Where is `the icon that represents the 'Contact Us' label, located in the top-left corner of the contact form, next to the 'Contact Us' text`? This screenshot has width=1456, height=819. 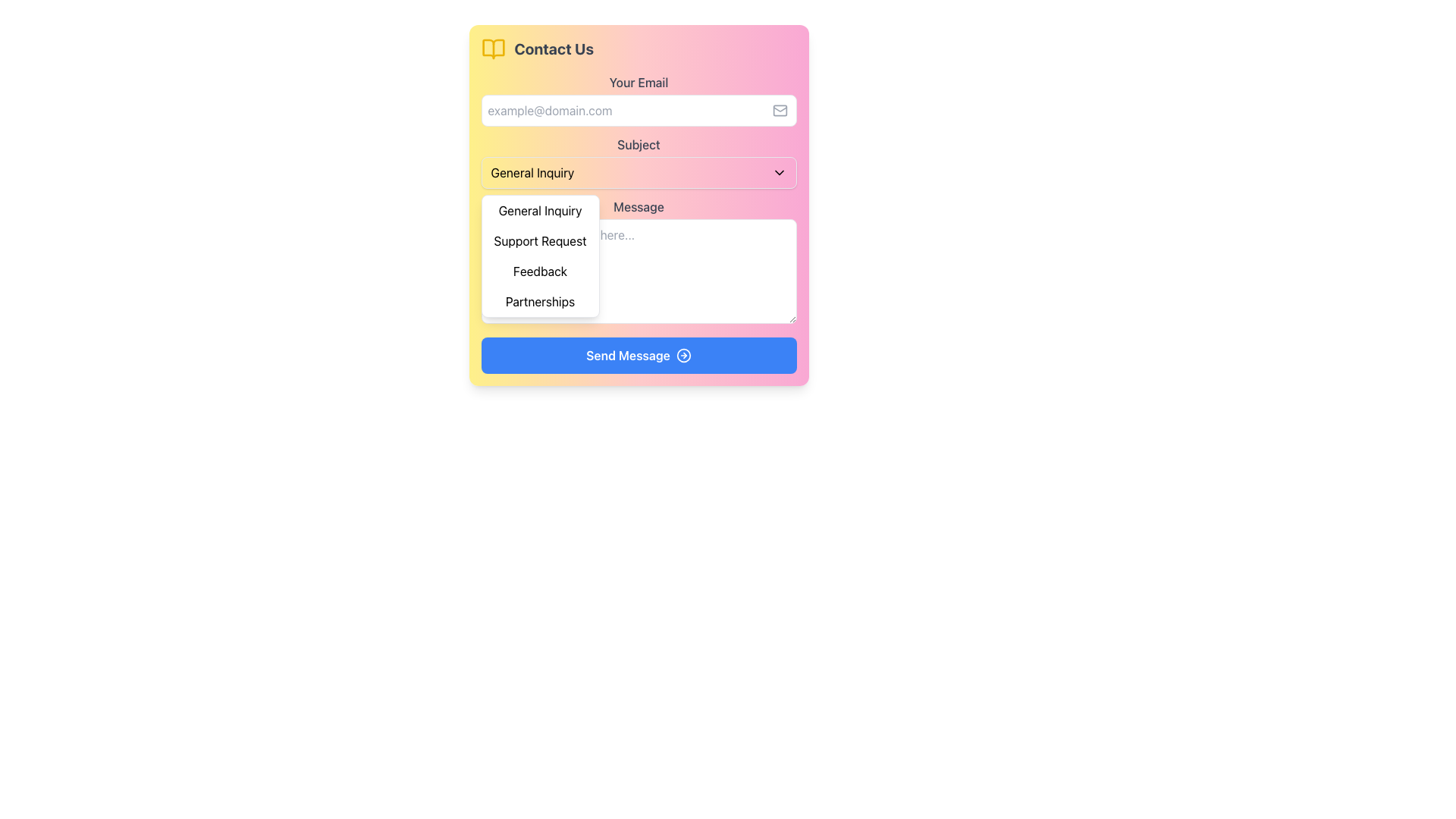 the icon that represents the 'Contact Us' label, located in the top-left corner of the contact form, next to the 'Contact Us' text is located at coordinates (493, 49).